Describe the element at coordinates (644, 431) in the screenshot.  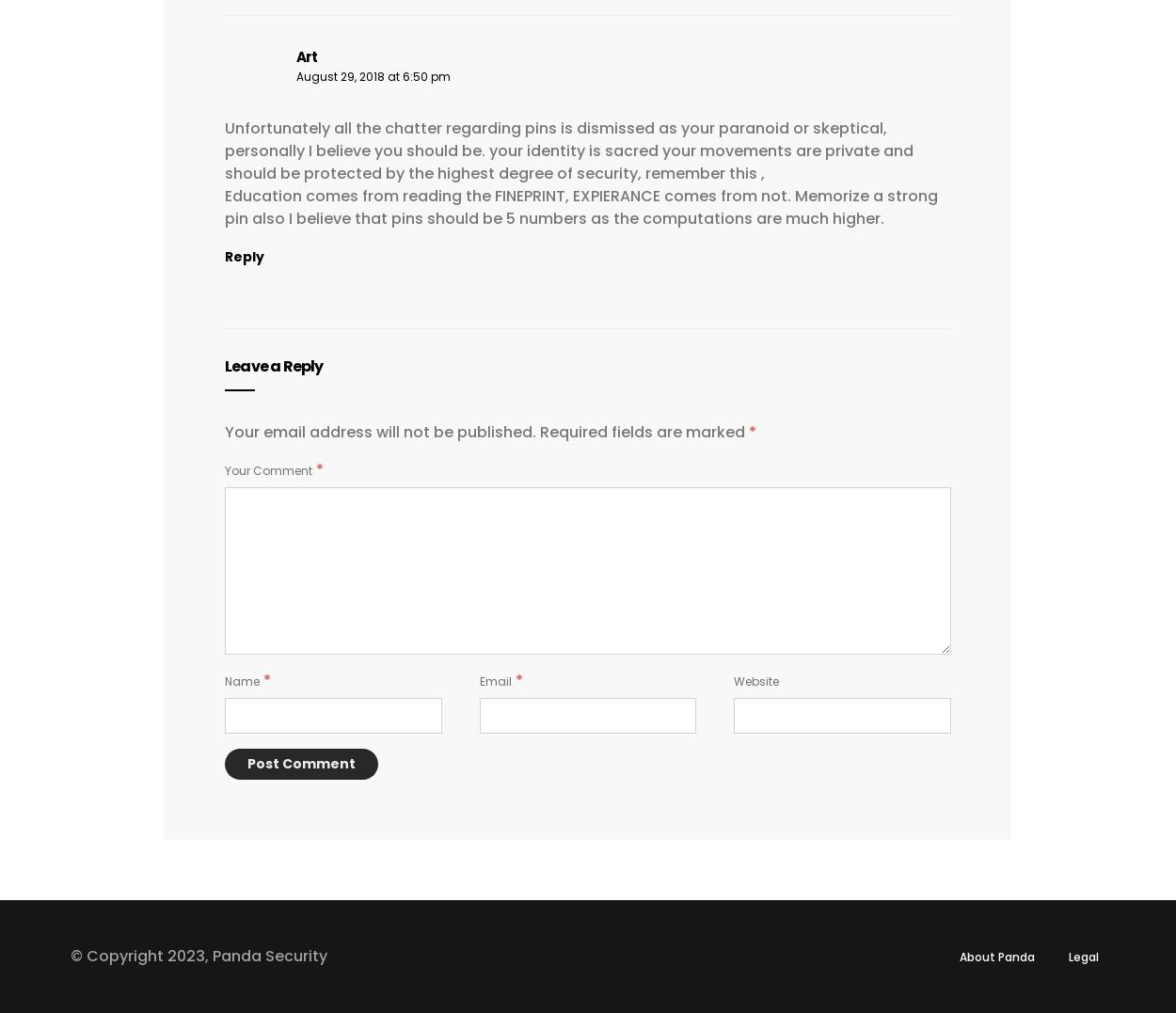
I see `'Required fields are marked'` at that location.